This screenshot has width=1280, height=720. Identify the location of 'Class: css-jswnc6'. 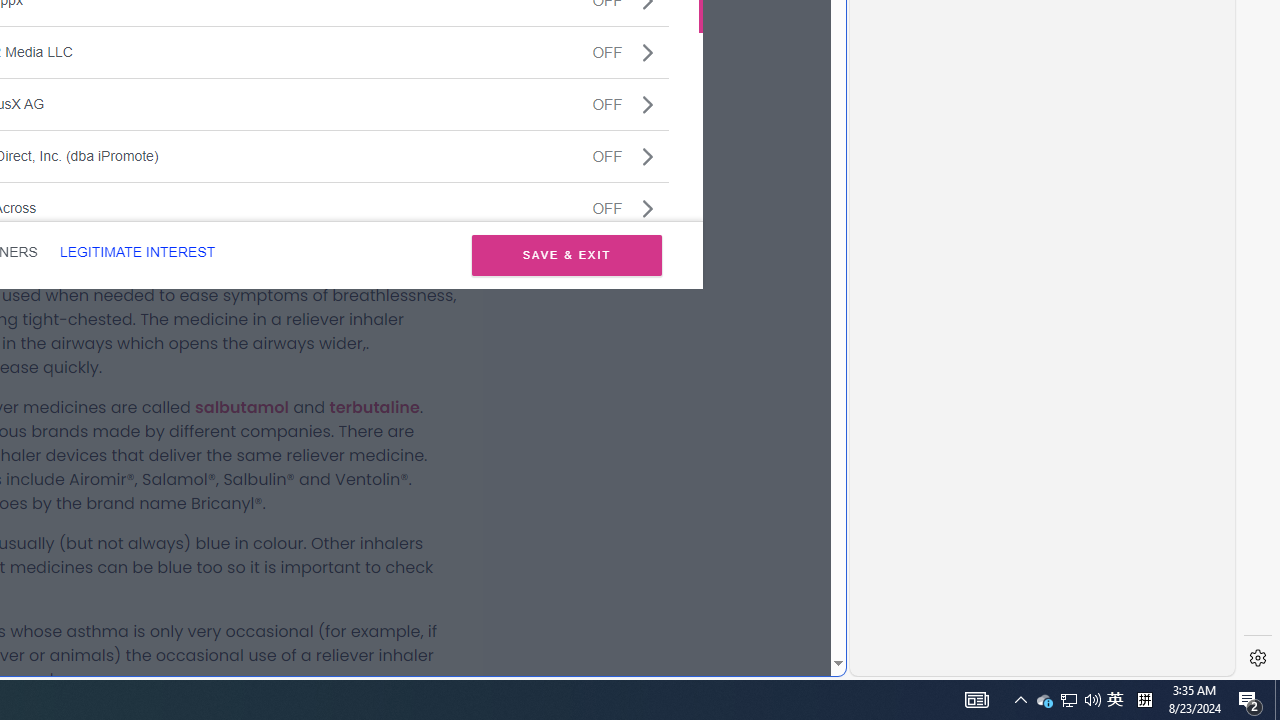
(648, 208).